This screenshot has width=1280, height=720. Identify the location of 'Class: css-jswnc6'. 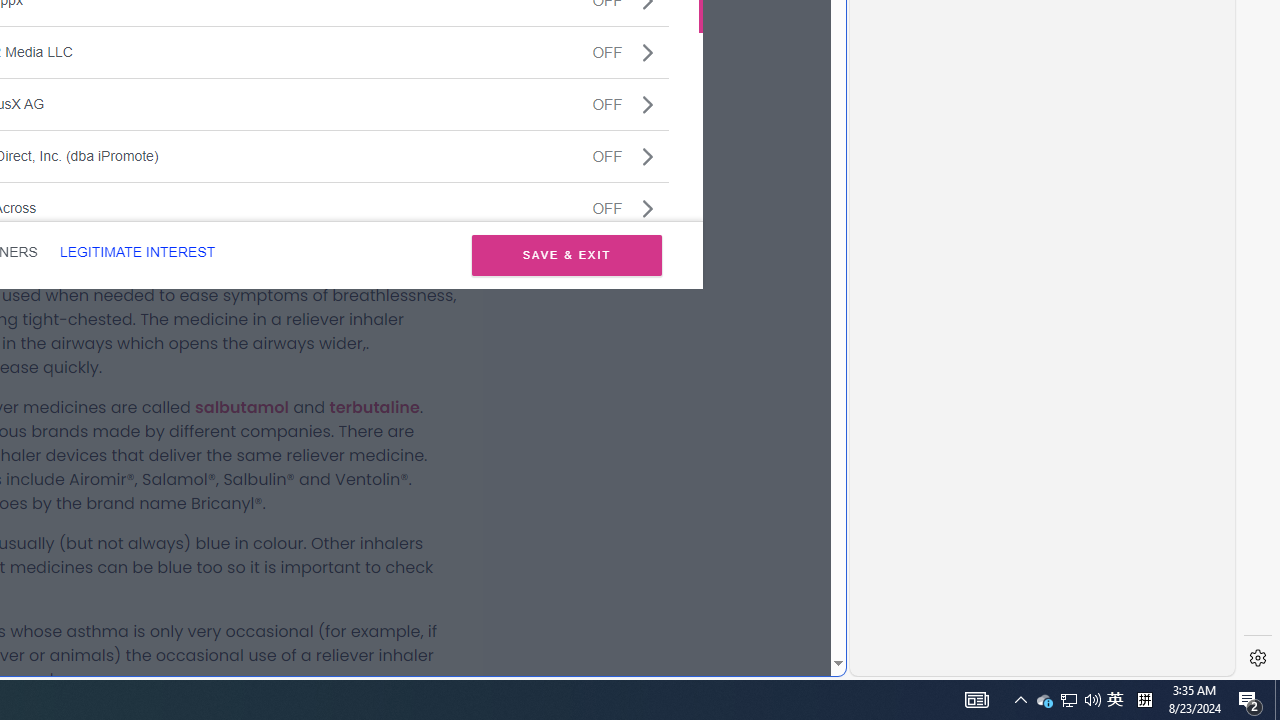
(648, 208).